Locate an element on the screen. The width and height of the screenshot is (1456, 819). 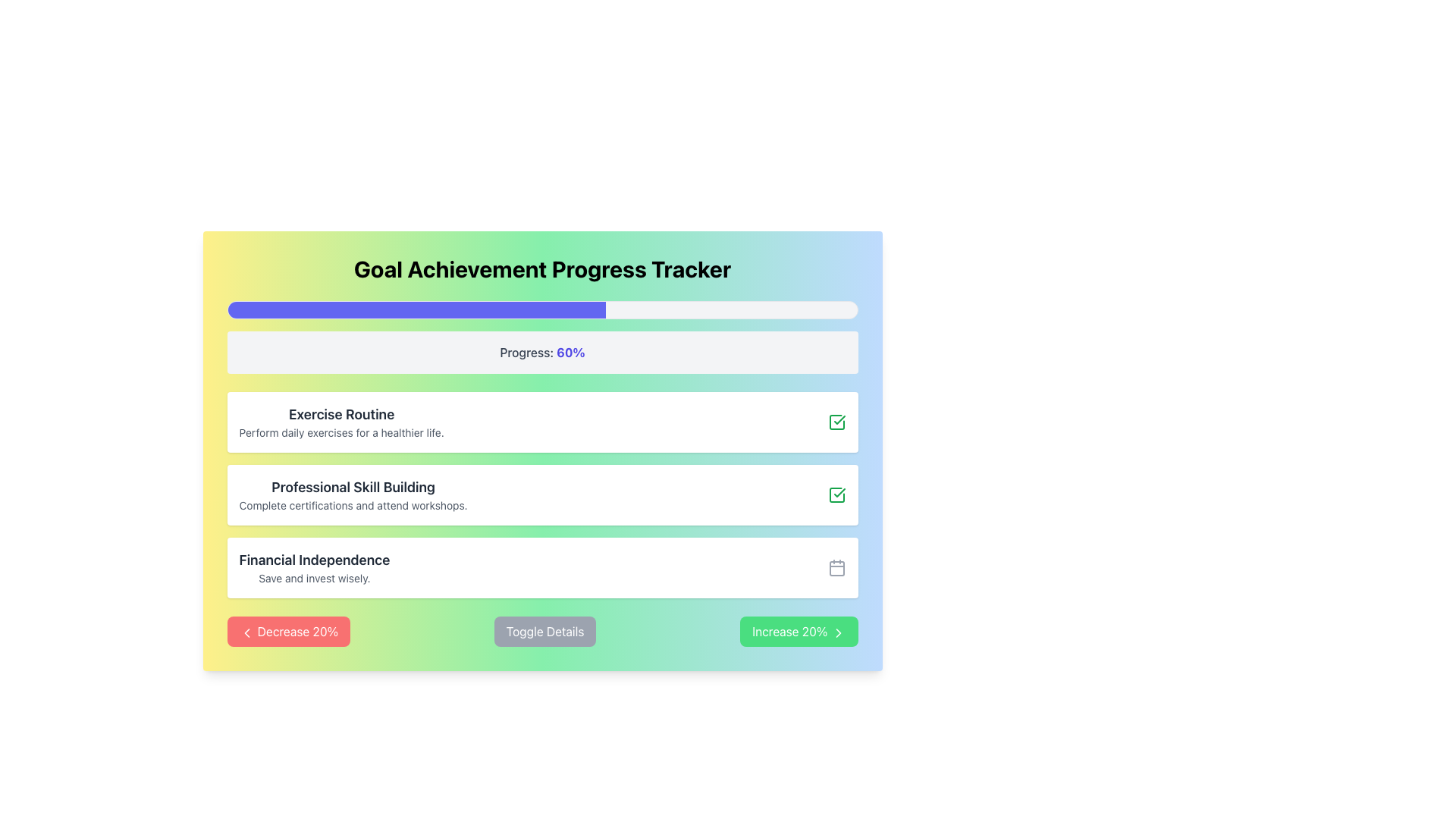
the icon that visually indicates the 'Decrease 20%' action, located within the button labeled 'Decrease 20%' at the bottom-left of the interface is located at coordinates (246, 632).